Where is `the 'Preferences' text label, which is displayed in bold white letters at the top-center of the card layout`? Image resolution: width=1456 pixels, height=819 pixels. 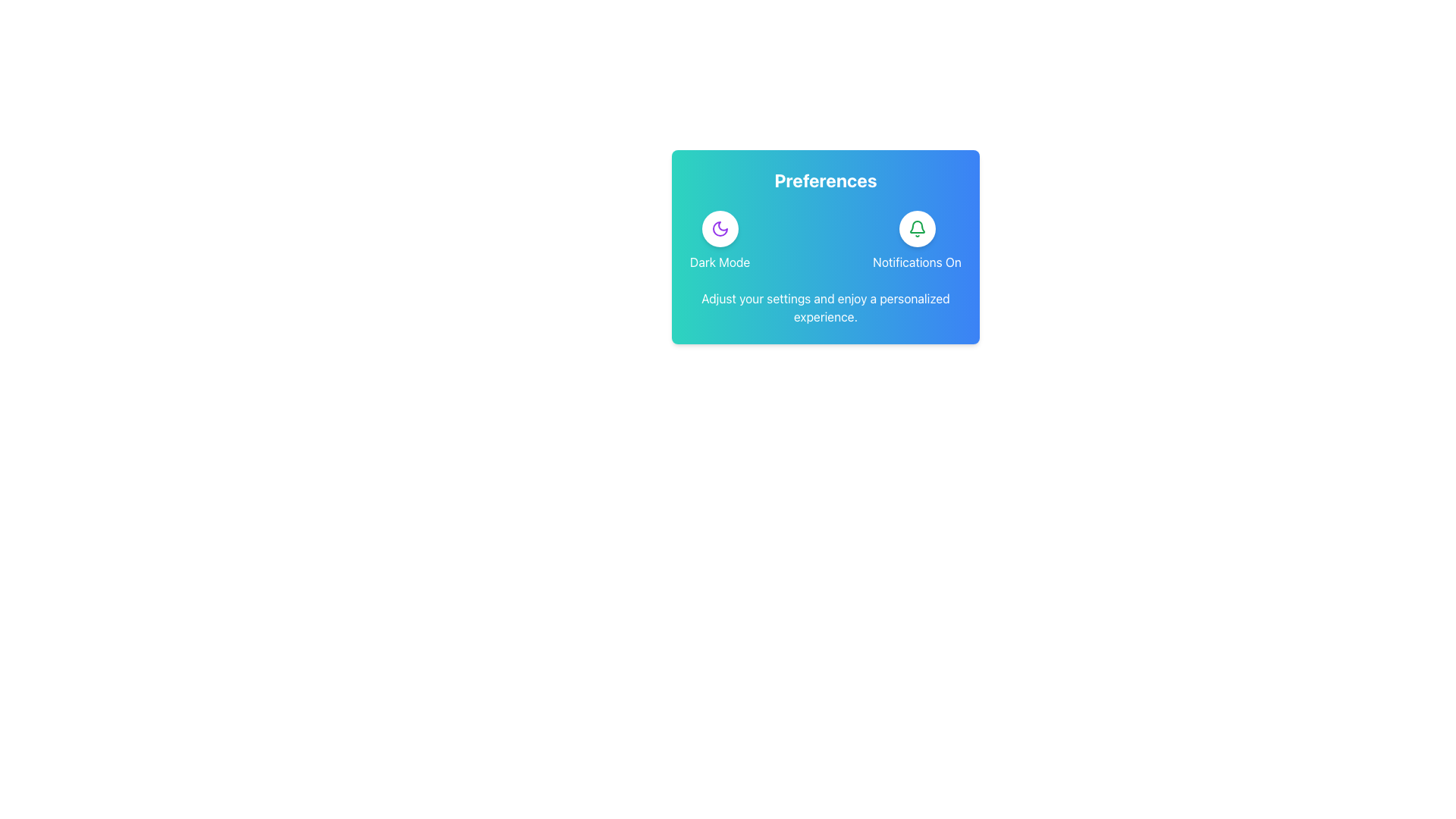 the 'Preferences' text label, which is displayed in bold white letters at the top-center of the card layout is located at coordinates (825, 180).